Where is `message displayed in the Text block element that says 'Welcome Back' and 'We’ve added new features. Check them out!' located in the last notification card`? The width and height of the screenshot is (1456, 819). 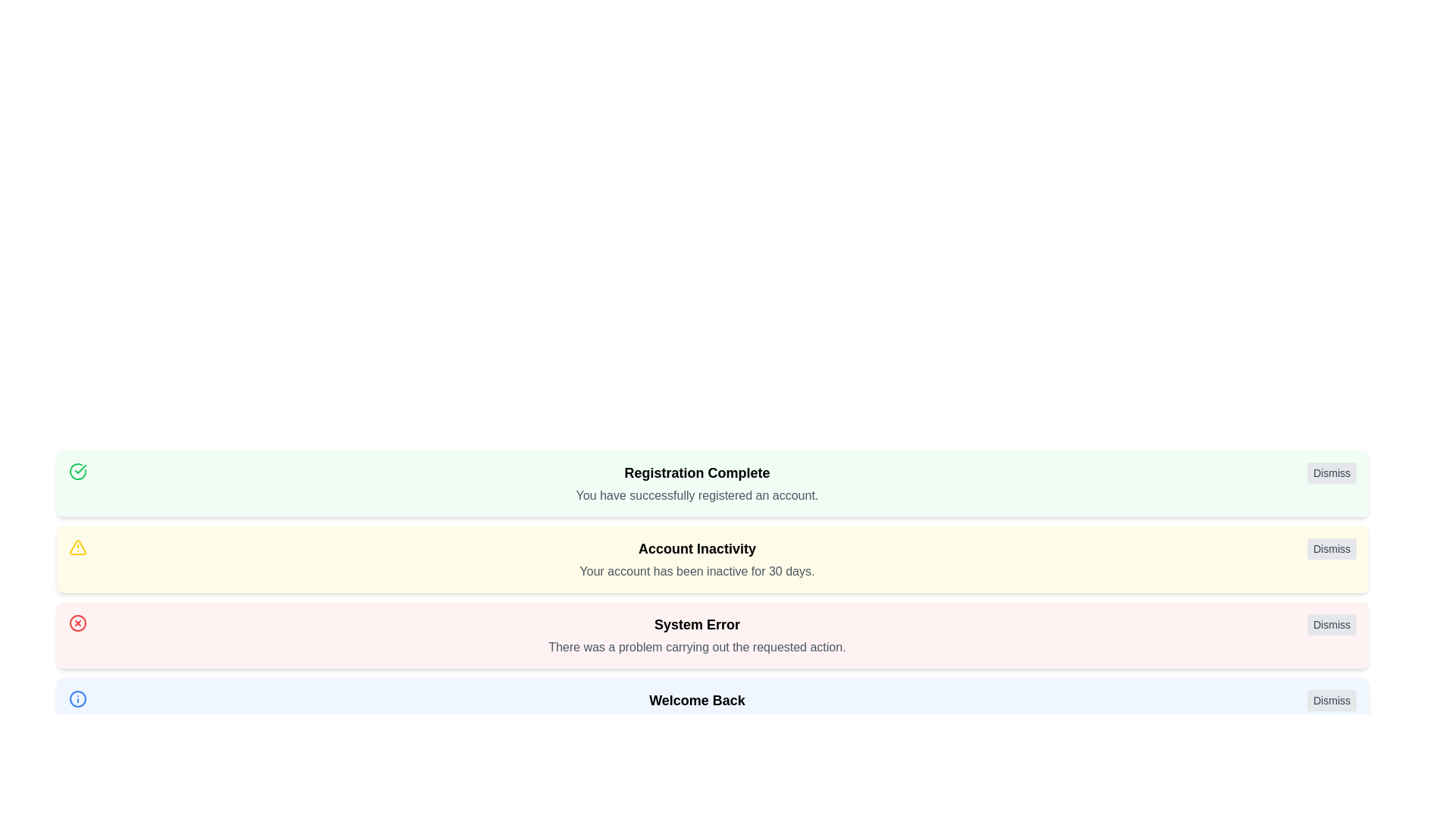
message displayed in the Text block element that says 'Welcome Back' and 'We’ve added new features. Check them out!' located in the last notification card is located at coordinates (696, 711).